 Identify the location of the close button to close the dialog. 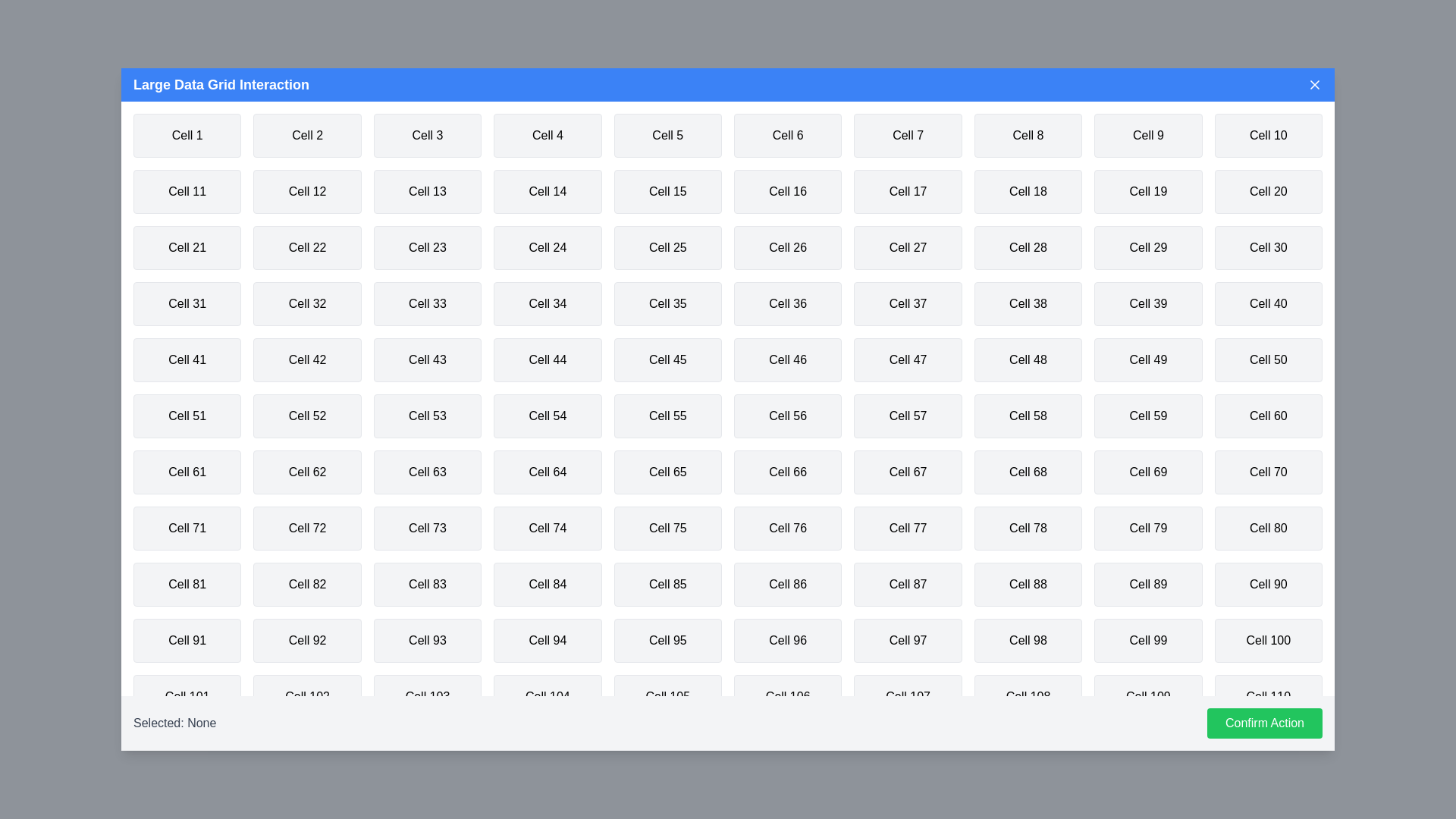
(1313, 84).